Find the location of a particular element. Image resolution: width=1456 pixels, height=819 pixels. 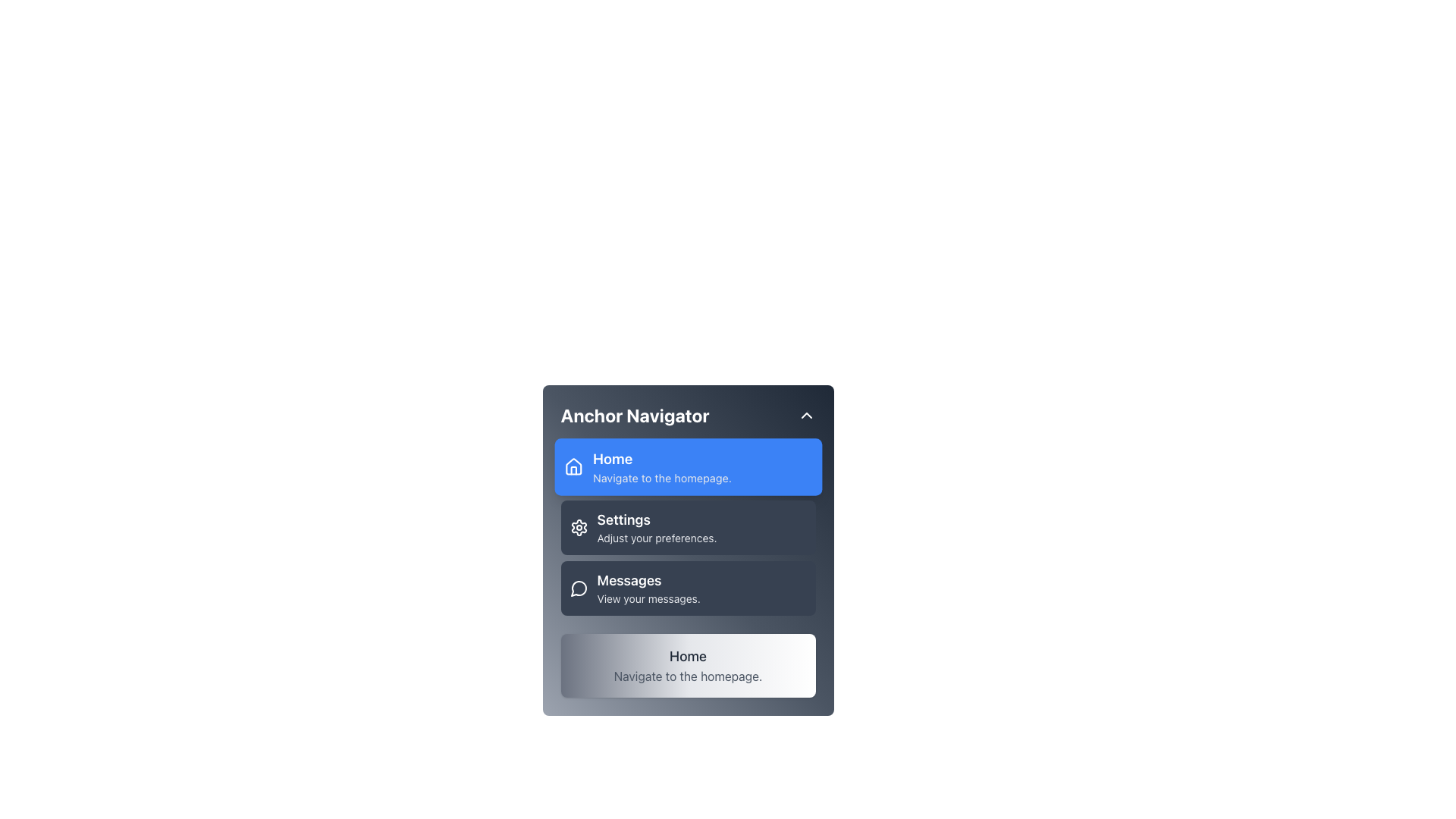

the 'Settings' button in the menu, which has a dark gray background and white text is located at coordinates (687, 550).